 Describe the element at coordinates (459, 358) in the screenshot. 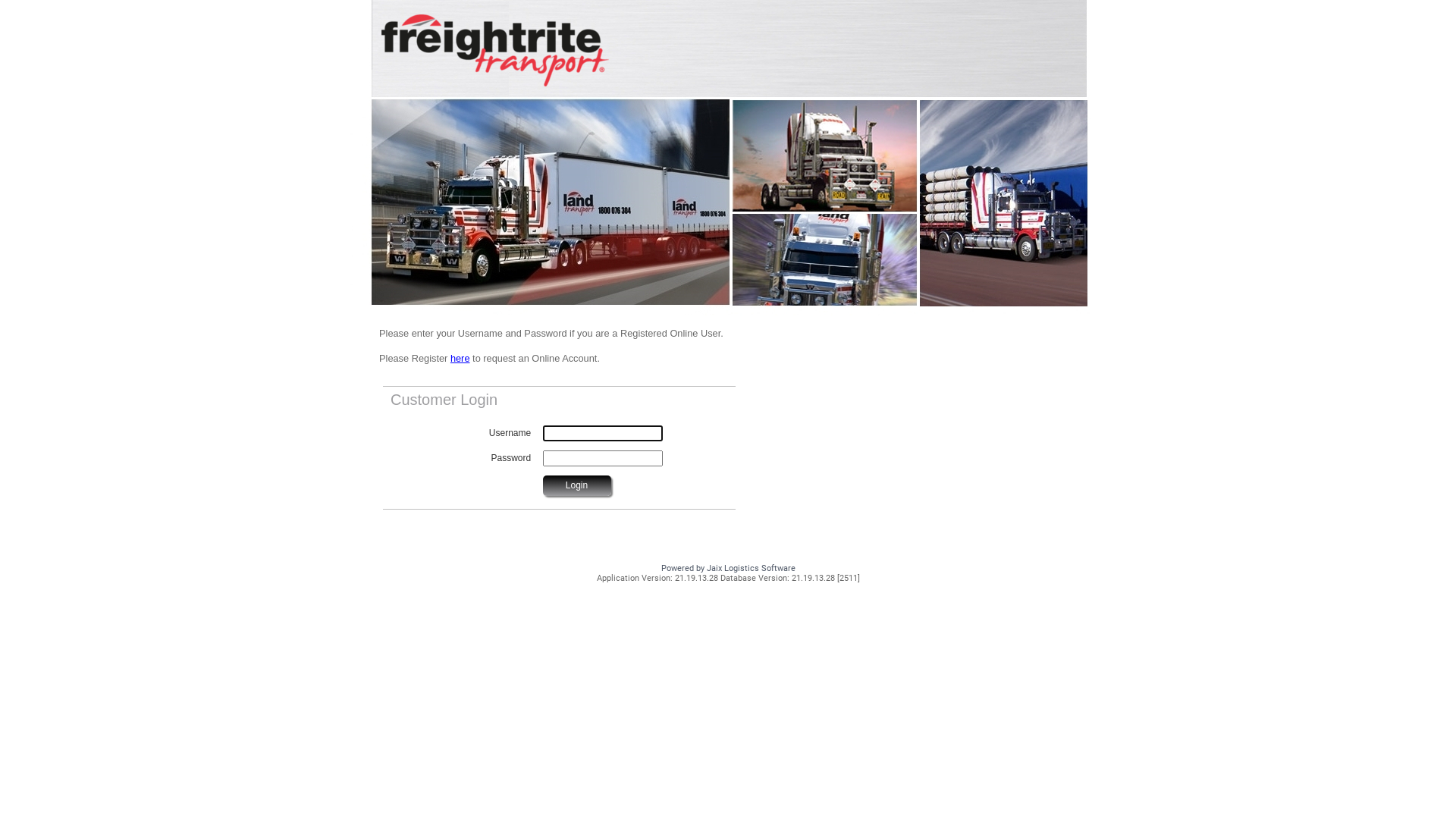

I see `'here'` at that location.